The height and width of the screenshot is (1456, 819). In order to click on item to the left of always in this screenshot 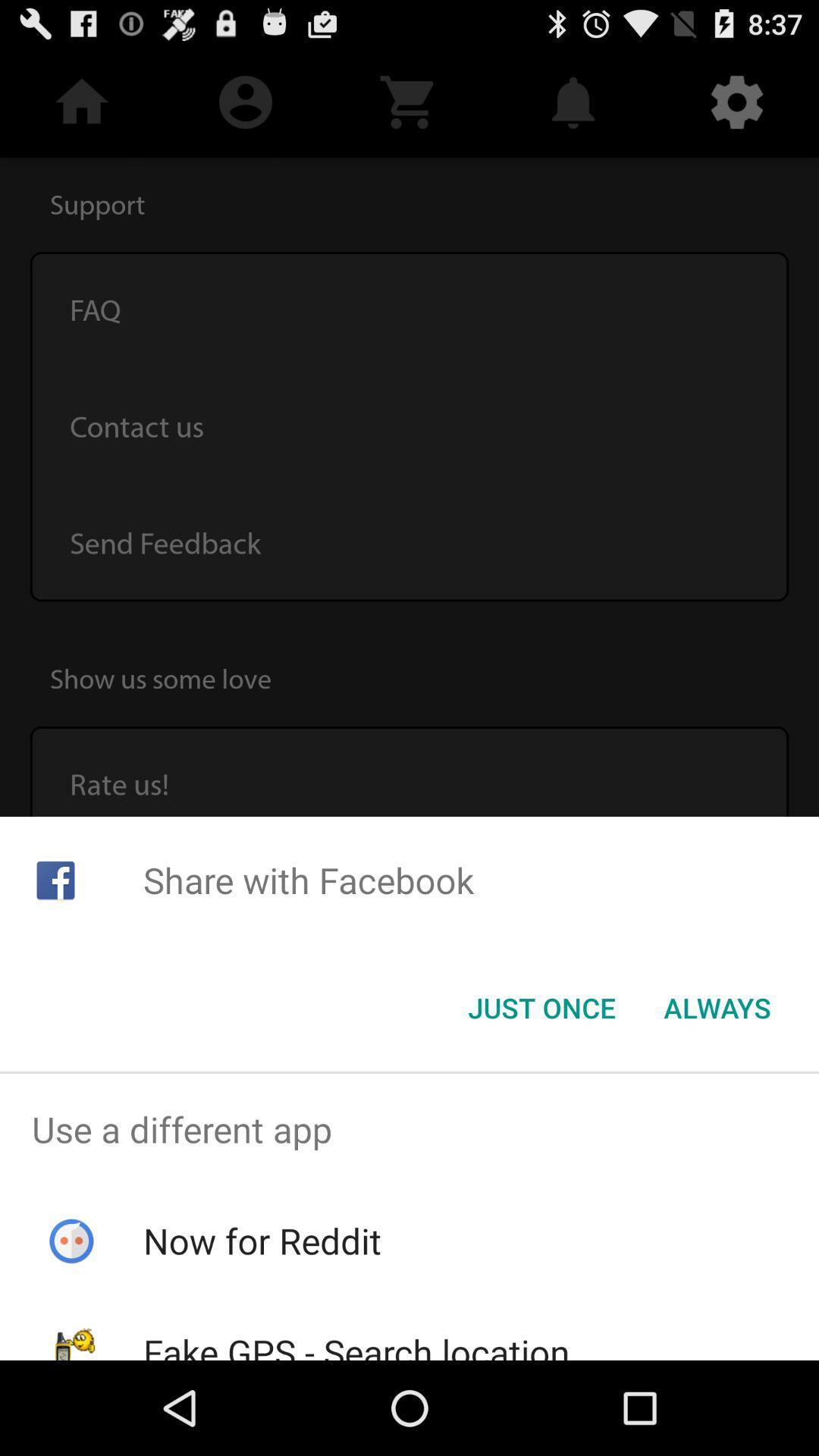, I will do `click(541, 1008)`.